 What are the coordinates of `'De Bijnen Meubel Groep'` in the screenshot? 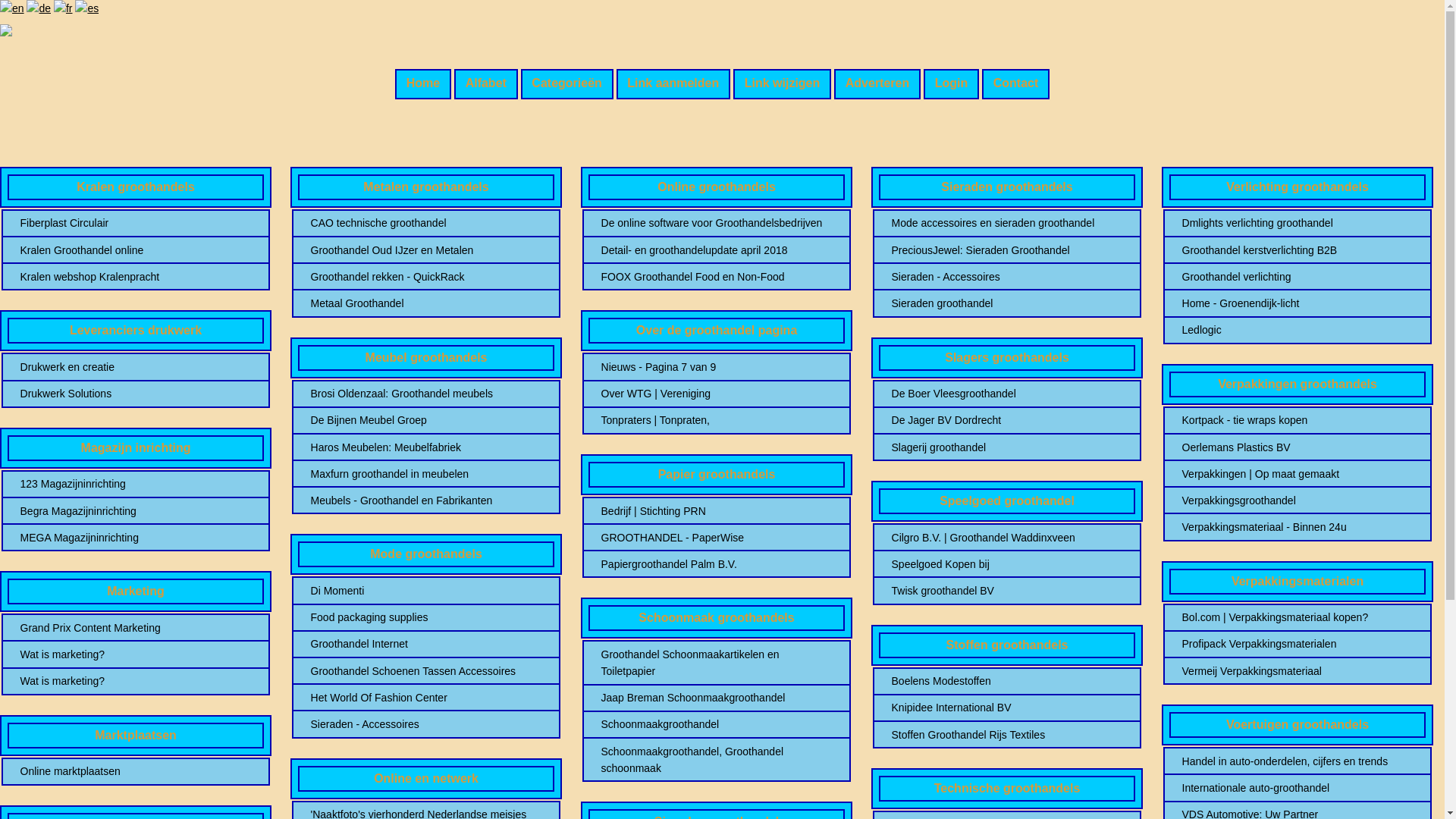 It's located at (309, 420).